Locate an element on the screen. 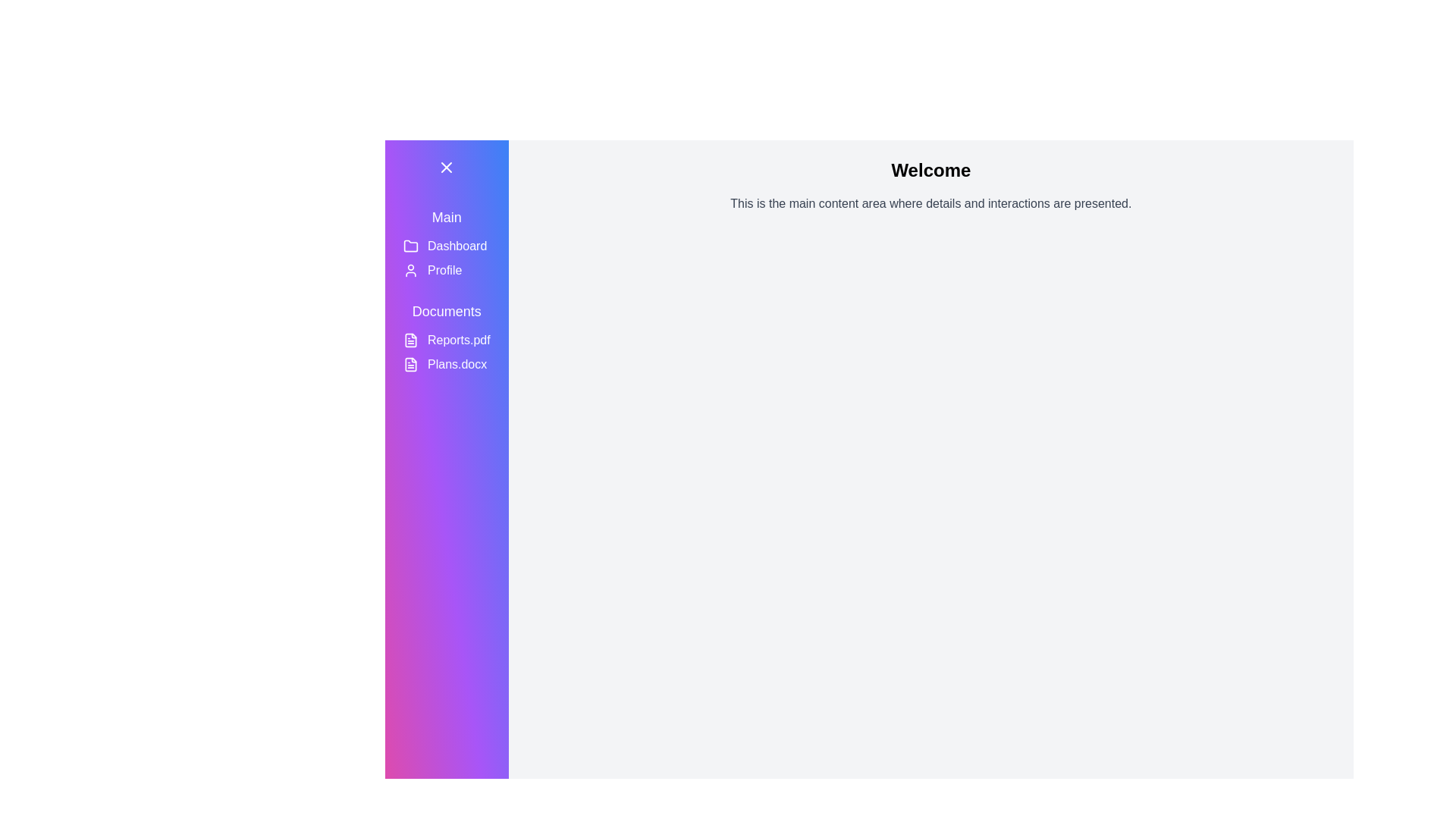 This screenshot has width=1456, height=819. the File icon located in the left sidebar under the 'Documents' section, which is adjacent to the 'Reports.pdf' label is located at coordinates (411, 339).